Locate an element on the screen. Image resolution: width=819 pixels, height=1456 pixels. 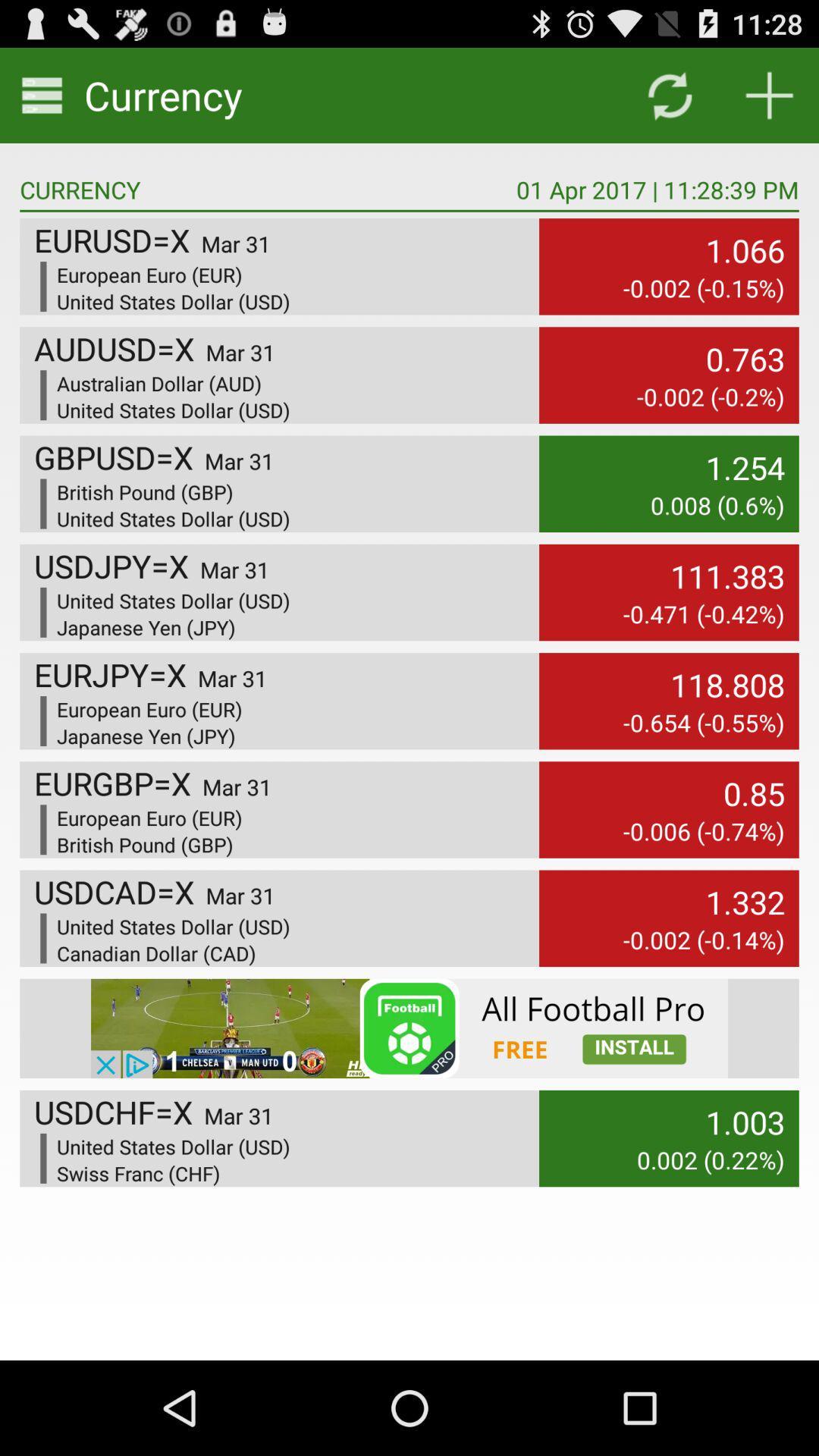
a currency exchange pair is located at coordinates (769, 94).